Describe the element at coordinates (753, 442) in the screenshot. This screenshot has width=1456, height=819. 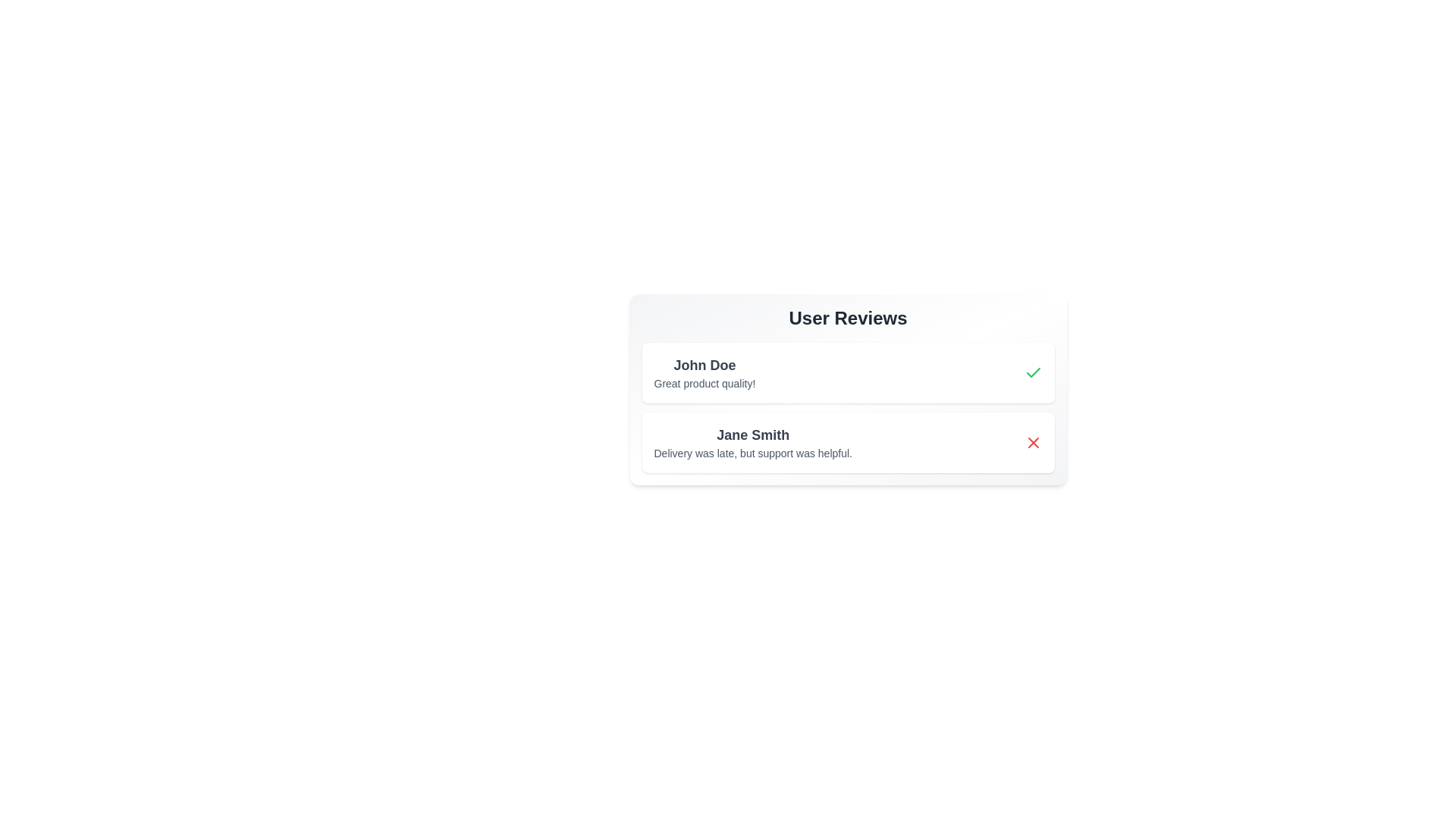
I see `the text block displaying 'Jane Smith' and the message about delivery within the second user review card` at that location.